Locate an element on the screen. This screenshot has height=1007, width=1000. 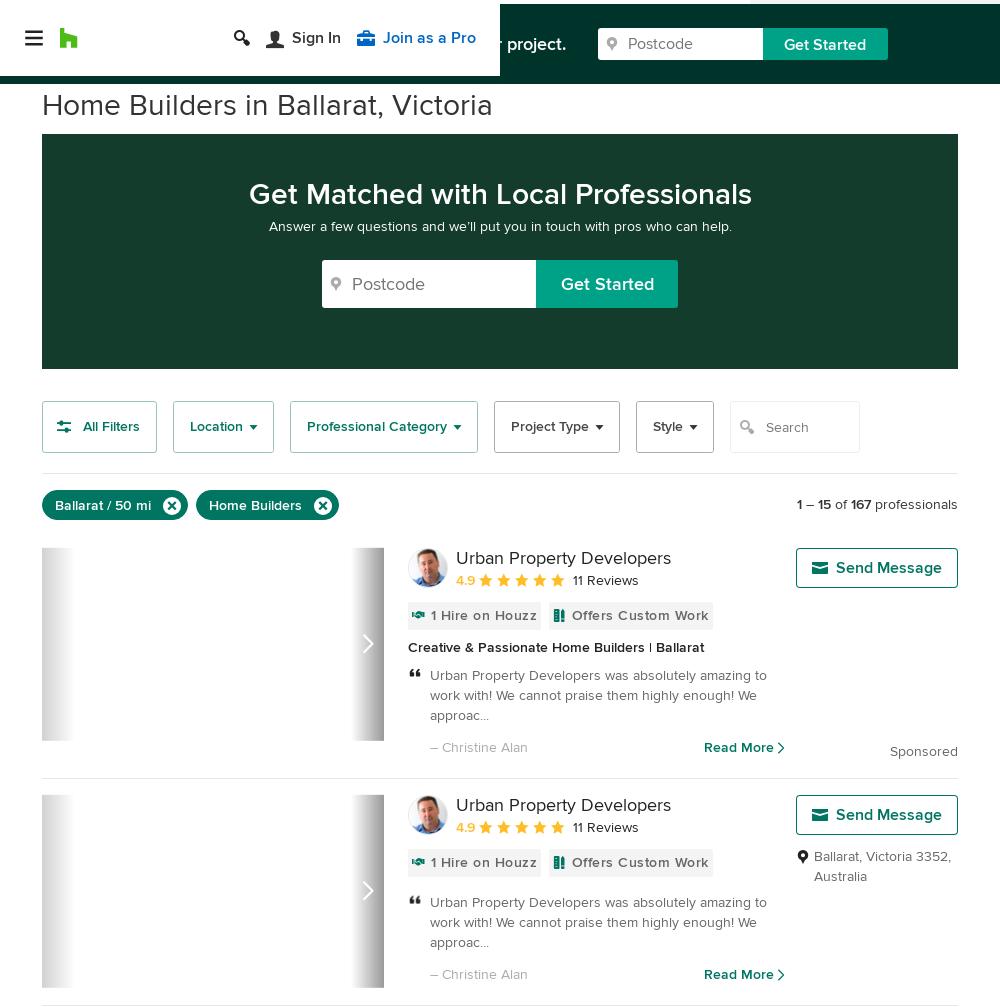
'167' is located at coordinates (850, 504).